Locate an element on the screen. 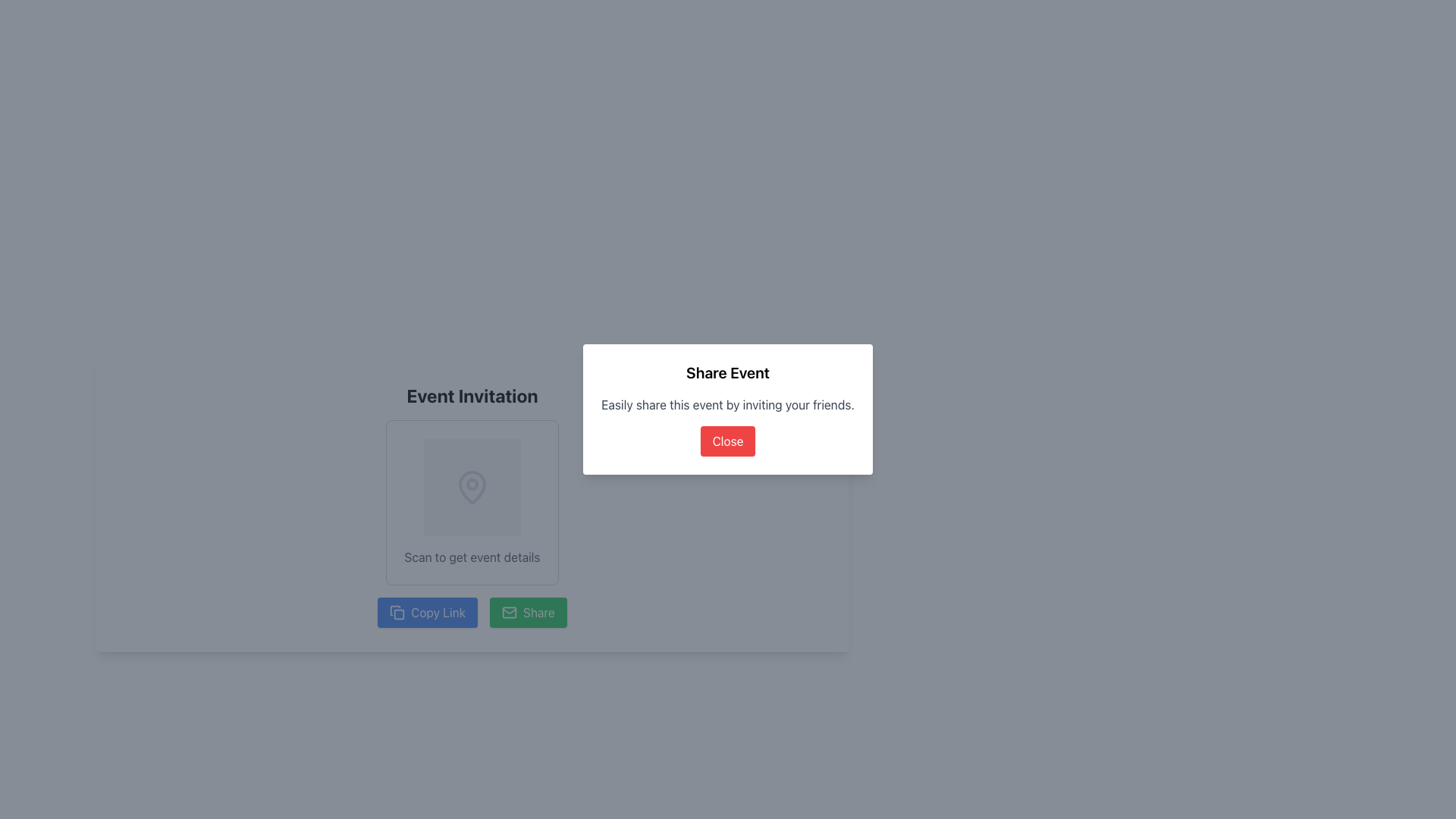 The image size is (1456, 819). the envelope-shaped icon located inside the green 'Share' button is located at coordinates (510, 611).